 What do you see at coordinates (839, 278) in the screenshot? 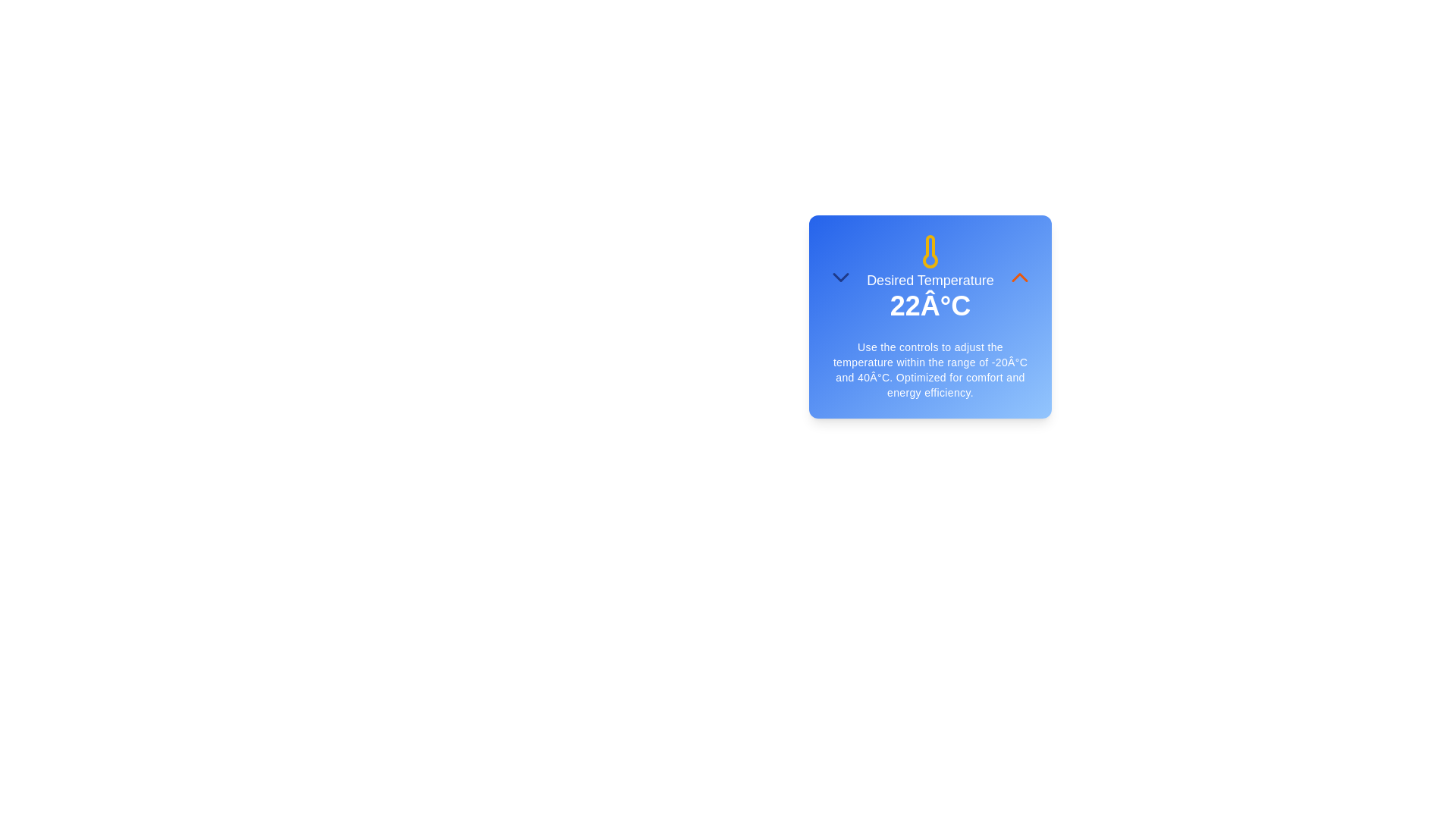
I see `the blue-chevron button to decrease the temperature` at bounding box center [839, 278].